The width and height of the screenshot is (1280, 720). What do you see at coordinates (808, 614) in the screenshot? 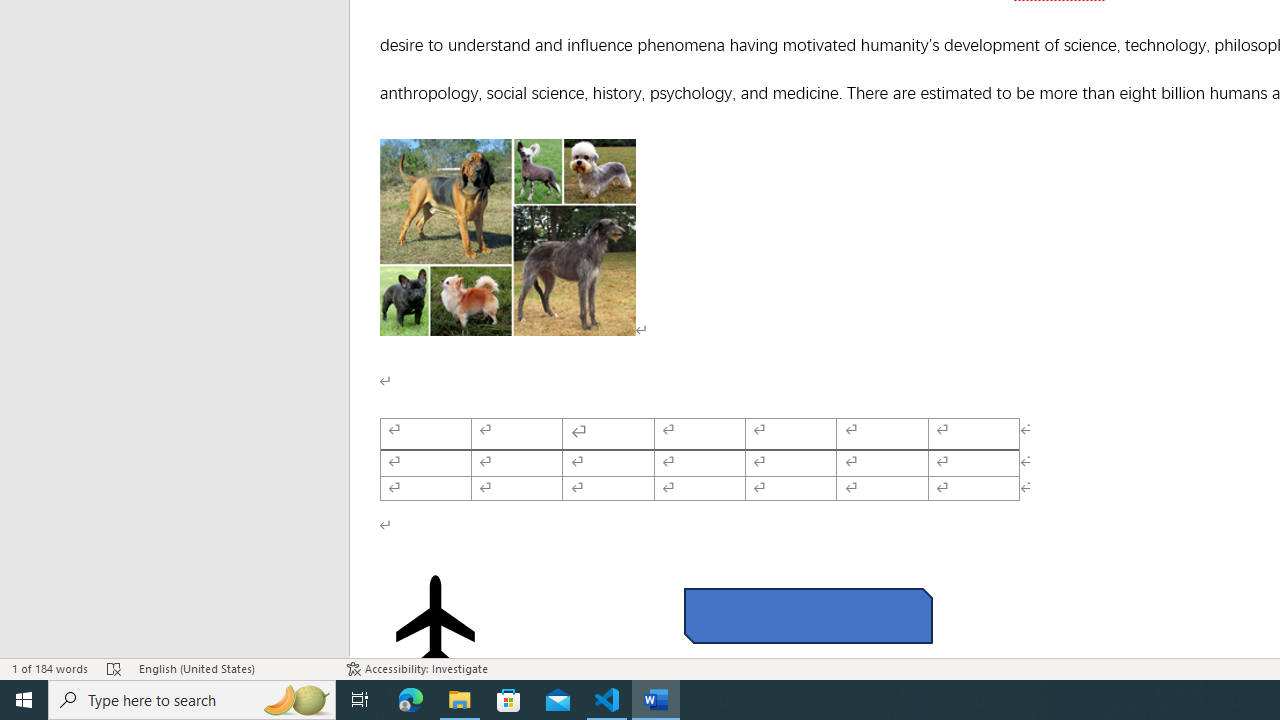
I see `'Rectangle: Diagonal Corners Snipped 2'` at bounding box center [808, 614].